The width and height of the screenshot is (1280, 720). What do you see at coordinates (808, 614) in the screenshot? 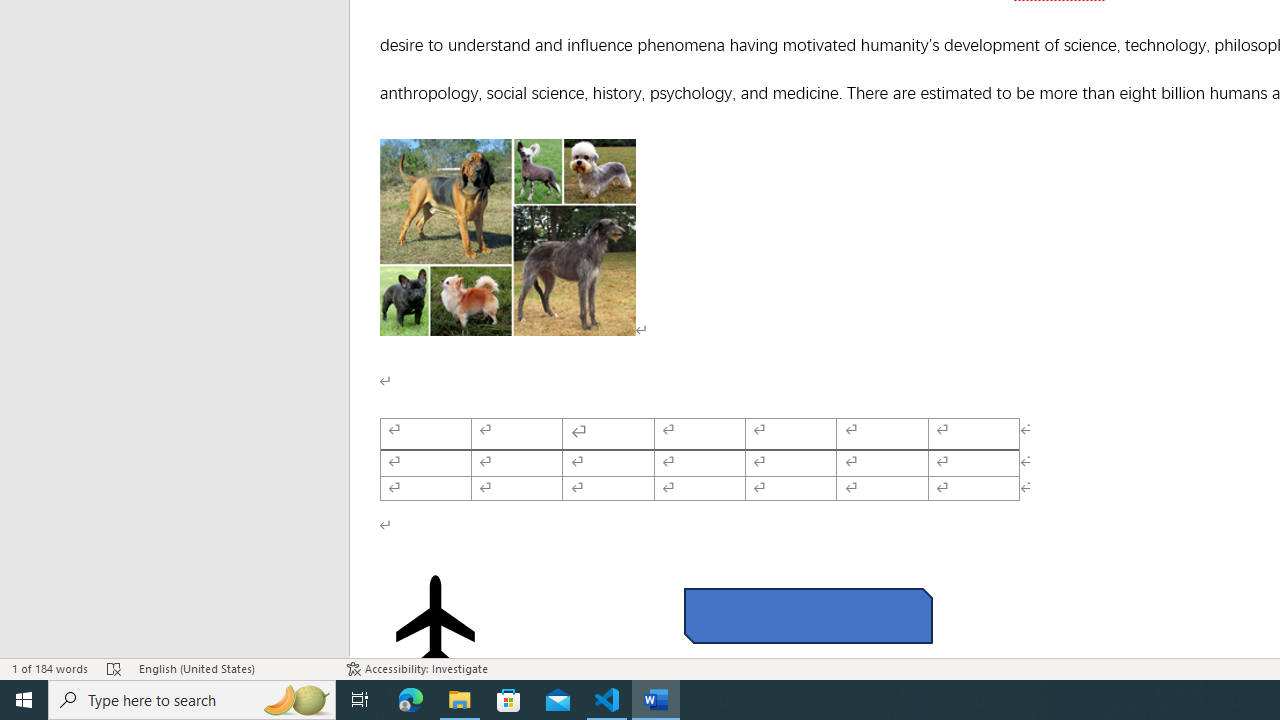
I see `'Rectangle: Diagonal Corners Snipped 2'` at bounding box center [808, 614].